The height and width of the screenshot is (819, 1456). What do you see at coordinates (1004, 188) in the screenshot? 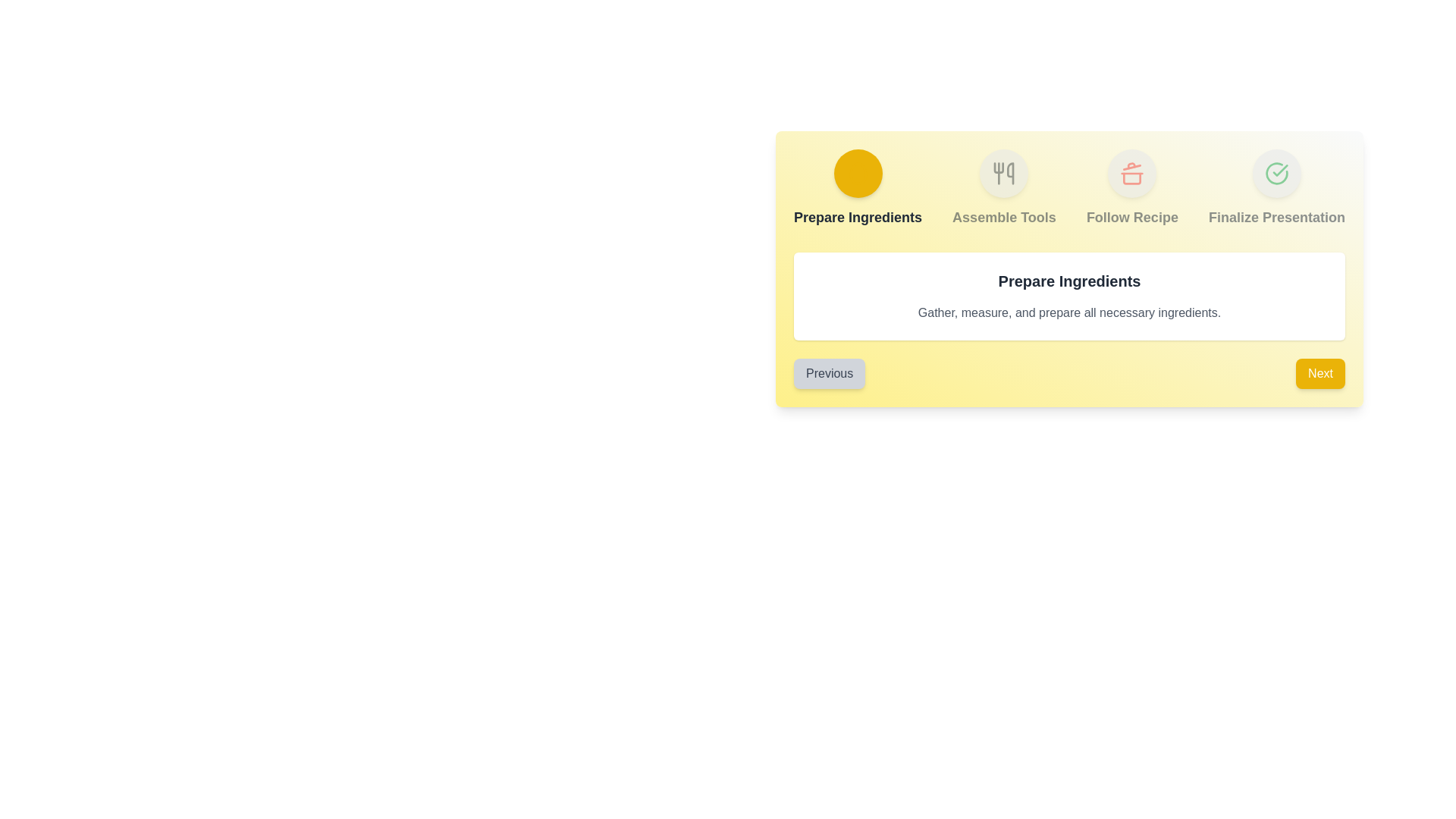
I see `the circular icon with utensils and the text label 'Assemble Tools'` at bounding box center [1004, 188].